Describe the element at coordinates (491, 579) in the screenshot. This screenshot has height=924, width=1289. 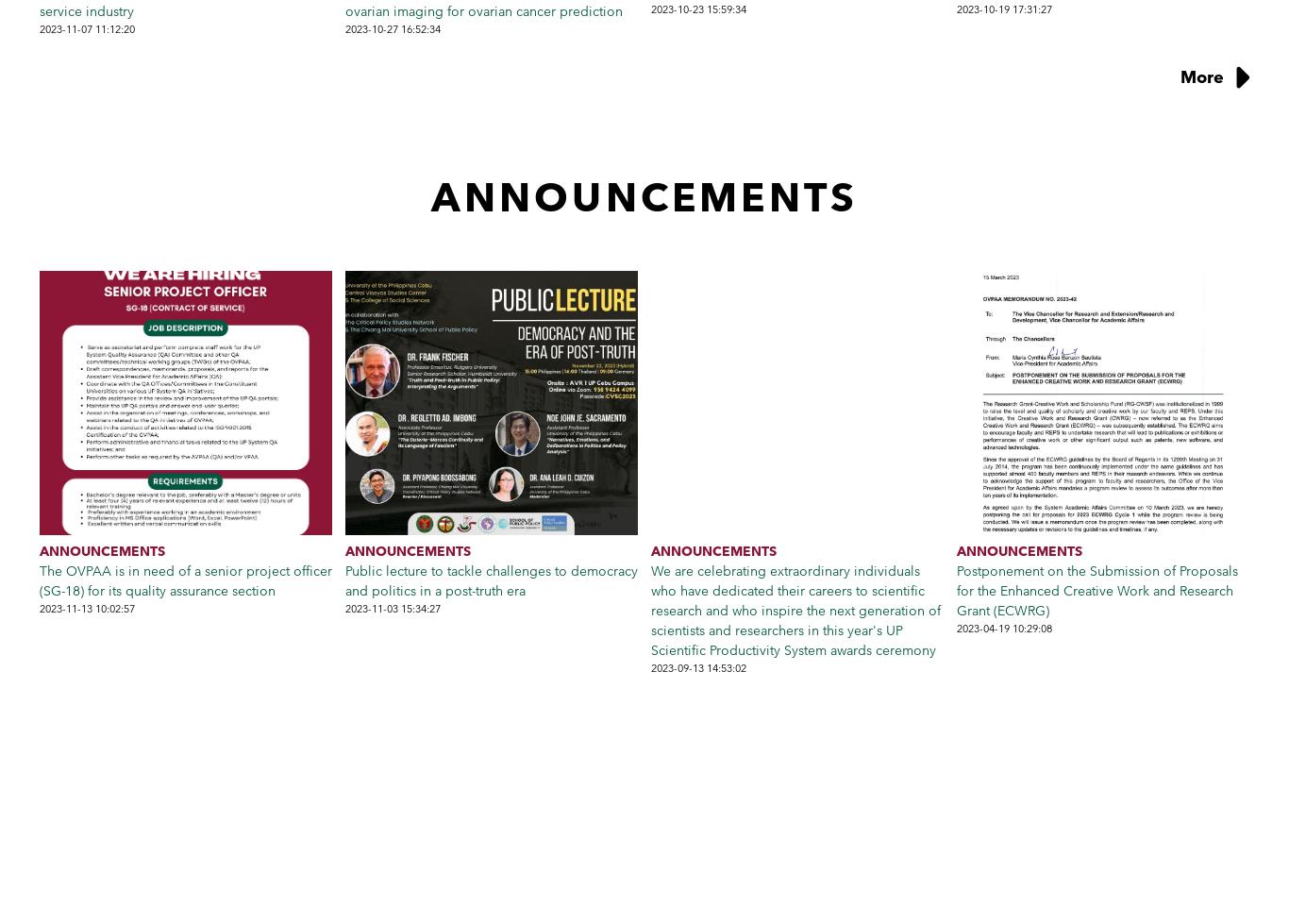
I see `'Public lecture to tackle challenges to democracy and politics in a post-truth era'` at that location.